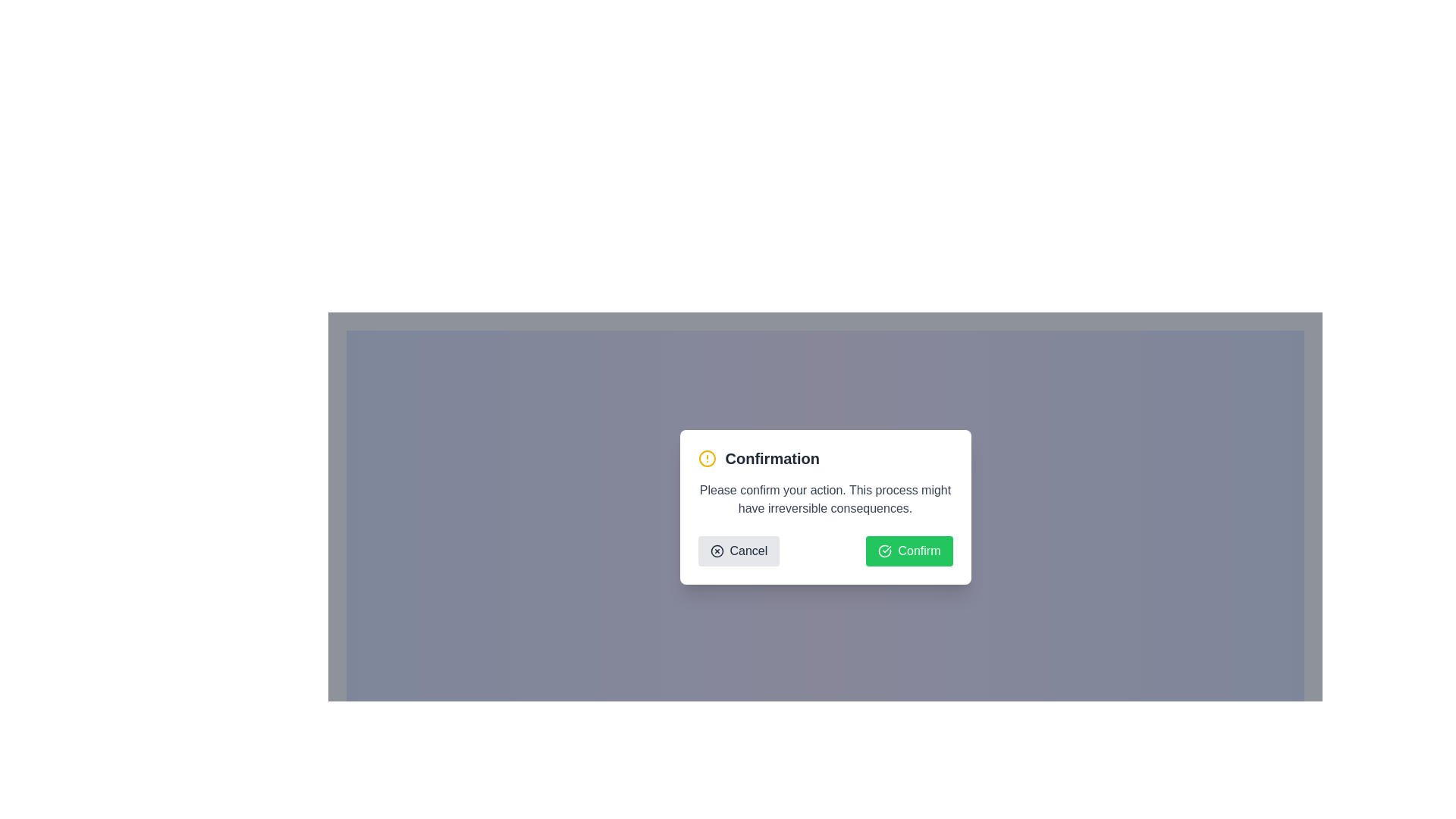 The width and height of the screenshot is (1456, 819). I want to click on the circular caution icon with a yellow border and an exclamation symbol, which is located to the left of the bold 'Confirmation' text in the title bar of the dialog box, so click(706, 457).